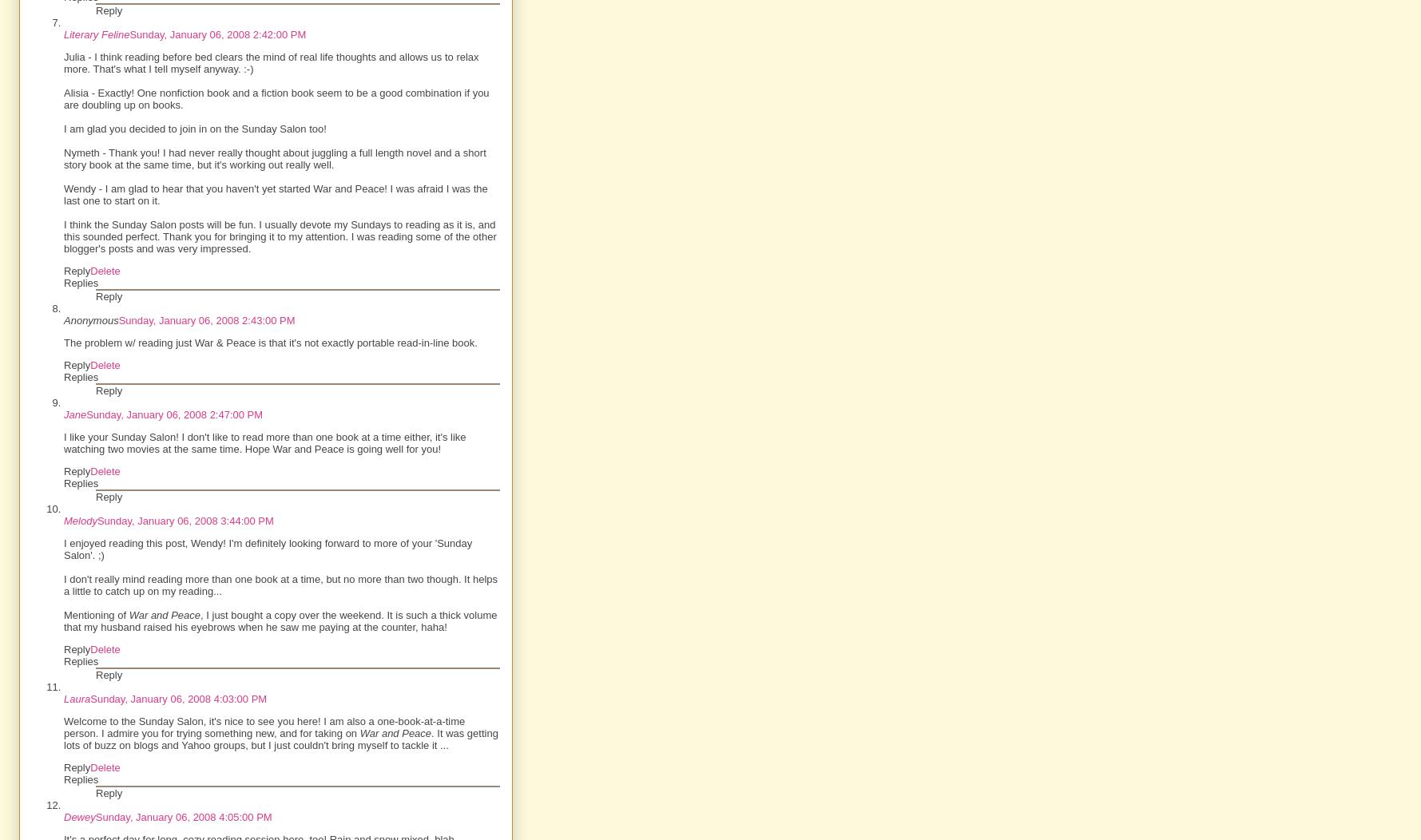 This screenshot has width=1421, height=840. I want to click on 'Sunday, January 06, 2008 2:42:00 PM', so click(216, 34).